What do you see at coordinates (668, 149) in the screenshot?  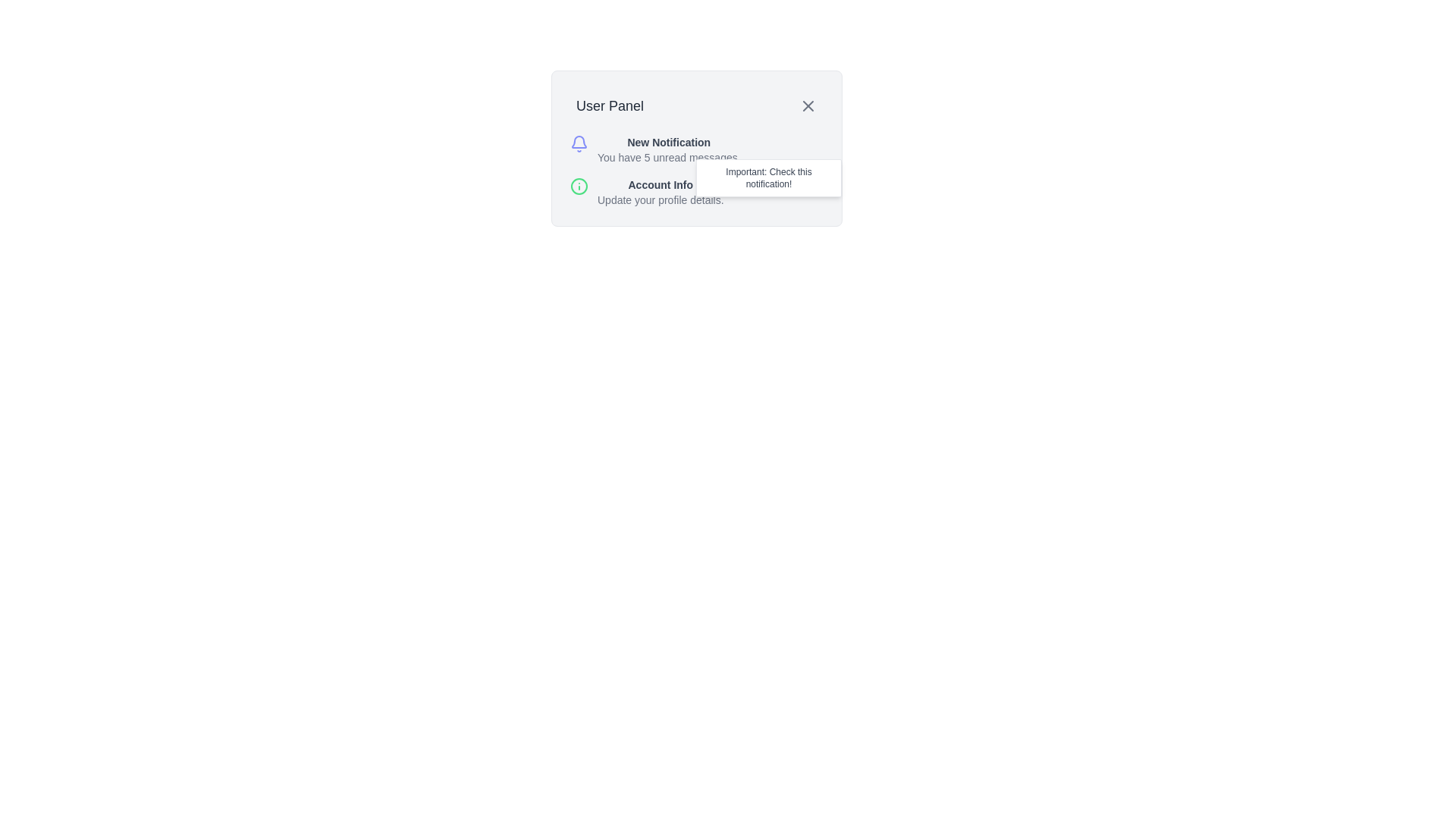 I see `the static text display component that shows 'New Notification' with the description 'You have 5 unread messages.' This element is centrally located within the notification panel` at bounding box center [668, 149].